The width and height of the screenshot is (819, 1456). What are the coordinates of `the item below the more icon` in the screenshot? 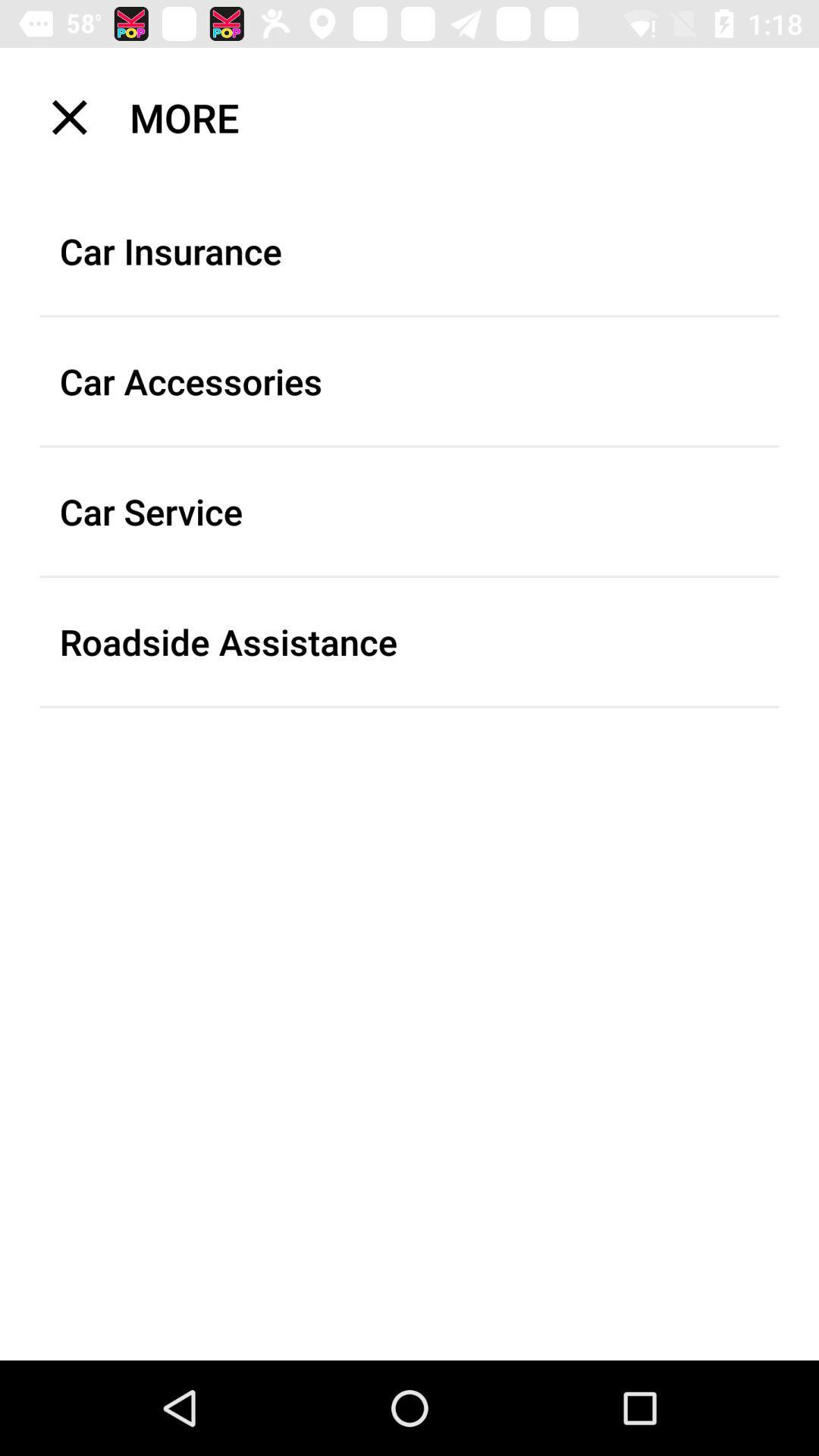 It's located at (409, 251).